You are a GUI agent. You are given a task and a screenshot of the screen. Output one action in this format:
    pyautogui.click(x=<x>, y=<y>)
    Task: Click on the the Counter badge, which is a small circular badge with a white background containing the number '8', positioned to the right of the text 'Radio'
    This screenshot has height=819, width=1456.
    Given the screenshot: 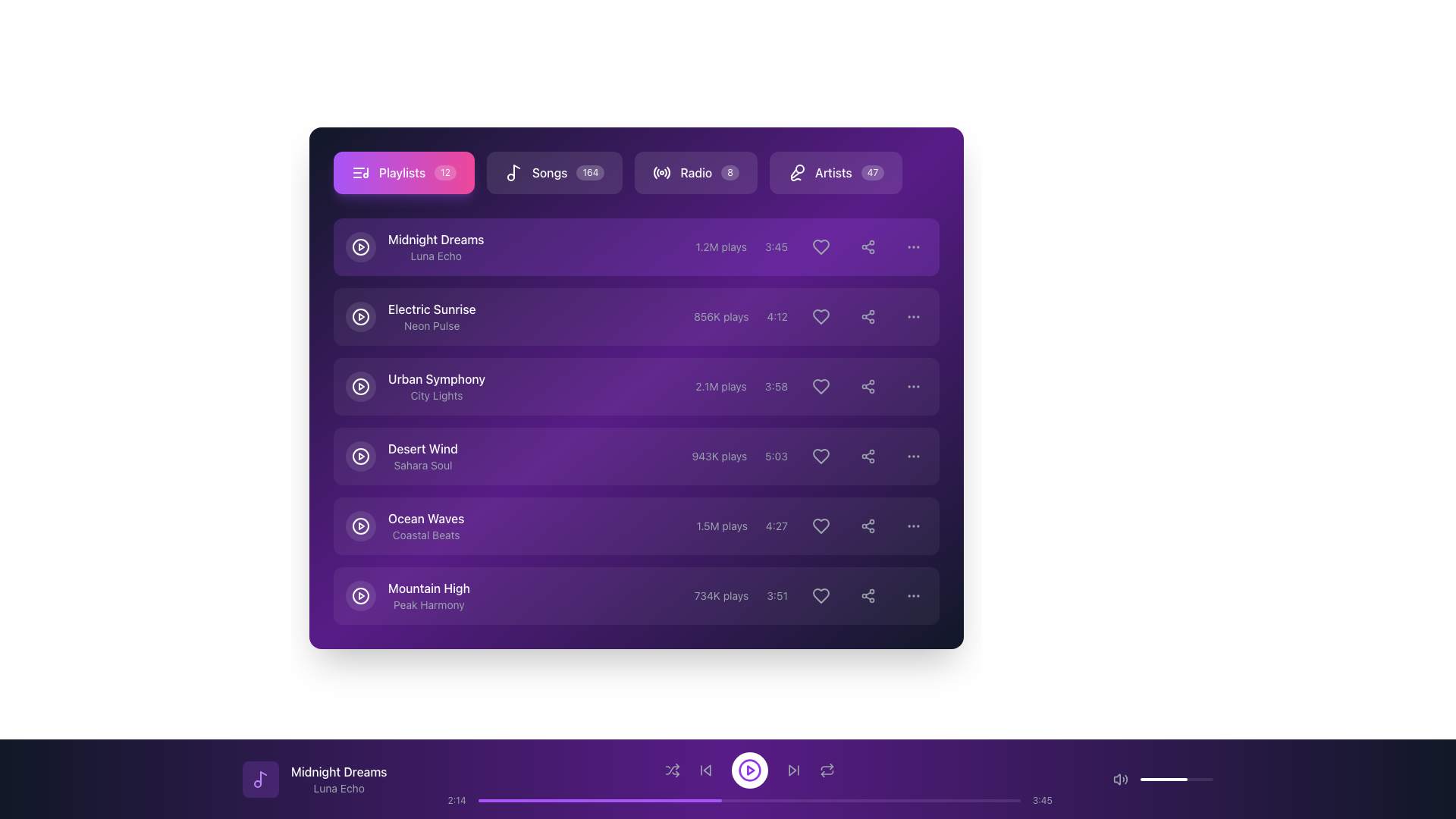 What is the action you would take?
    pyautogui.click(x=730, y=171)
    